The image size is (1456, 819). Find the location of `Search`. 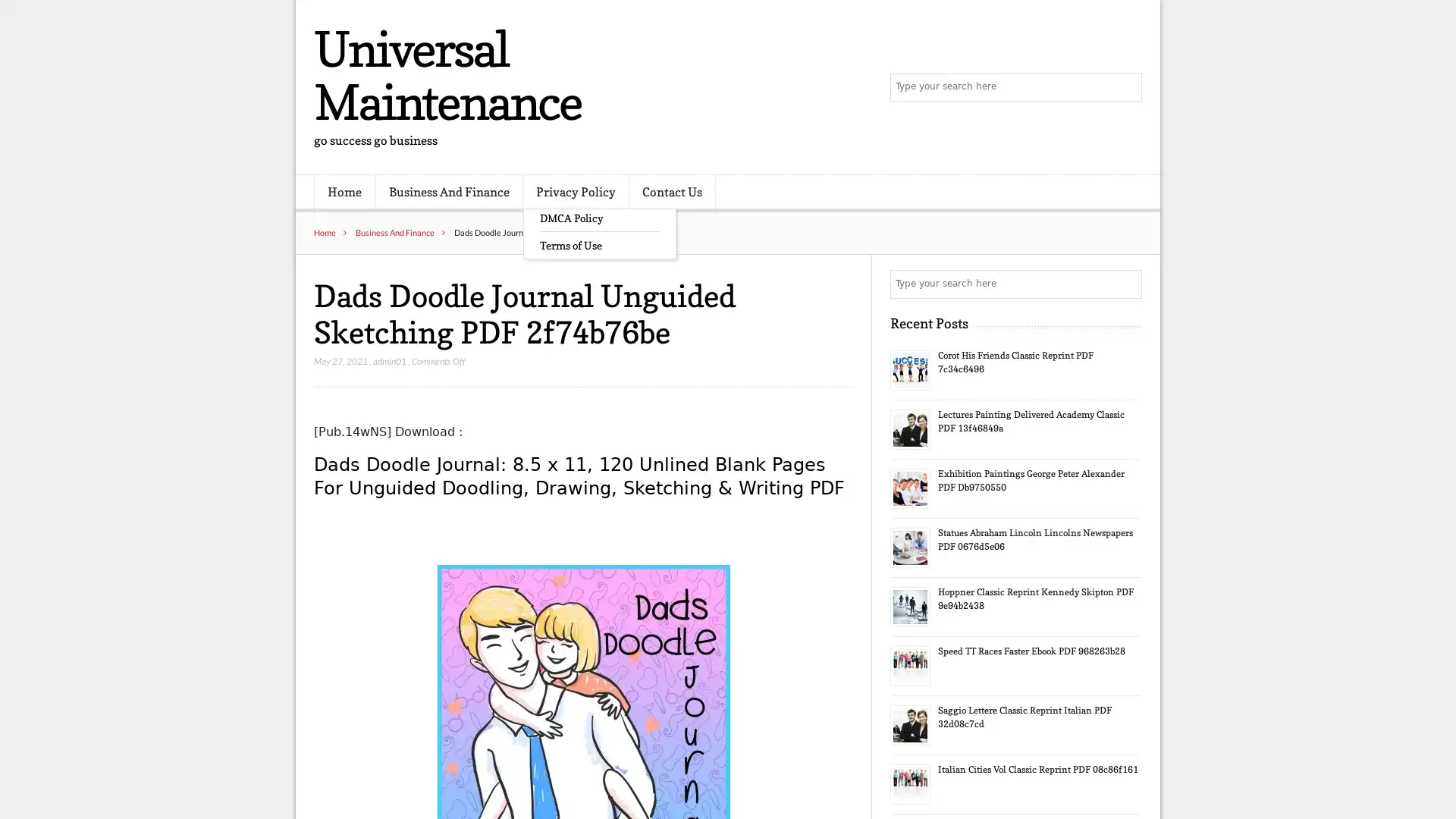

Search is located at coordinates (1126, 284).